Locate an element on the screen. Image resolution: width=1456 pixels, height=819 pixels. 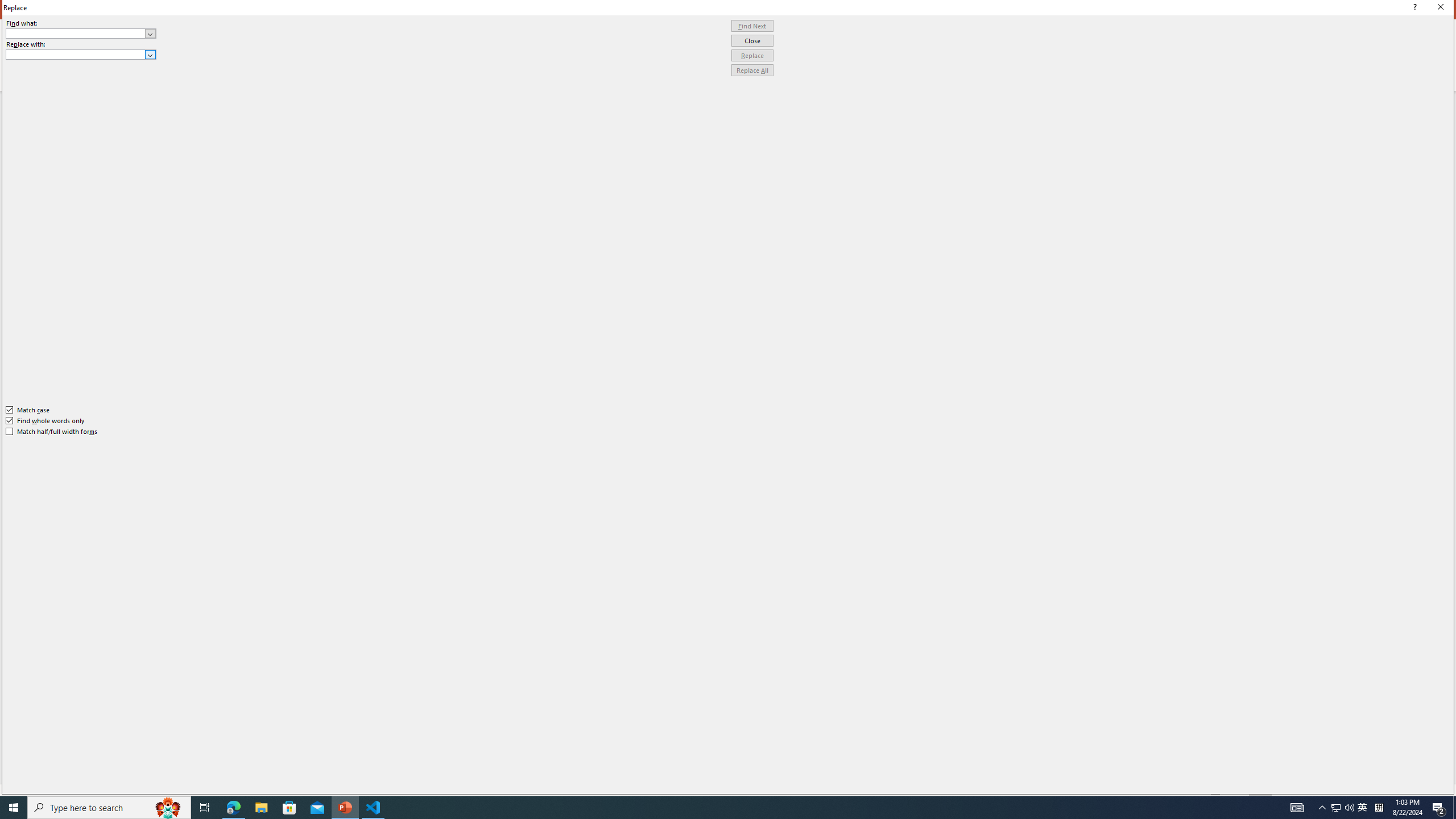
'Match case' is located at coordinates (27, 409).